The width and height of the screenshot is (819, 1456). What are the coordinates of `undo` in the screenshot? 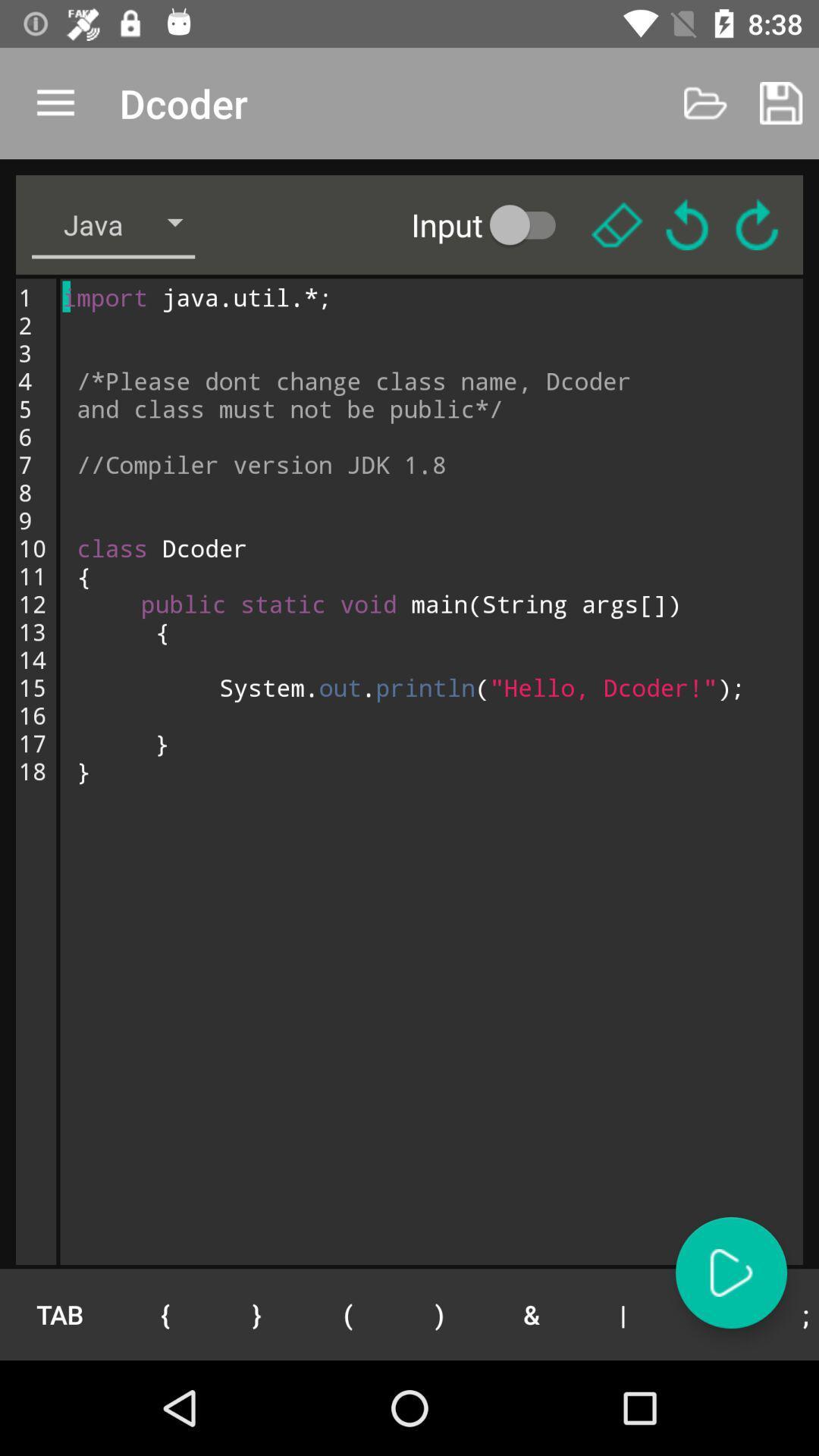 It's located at (687, 224).